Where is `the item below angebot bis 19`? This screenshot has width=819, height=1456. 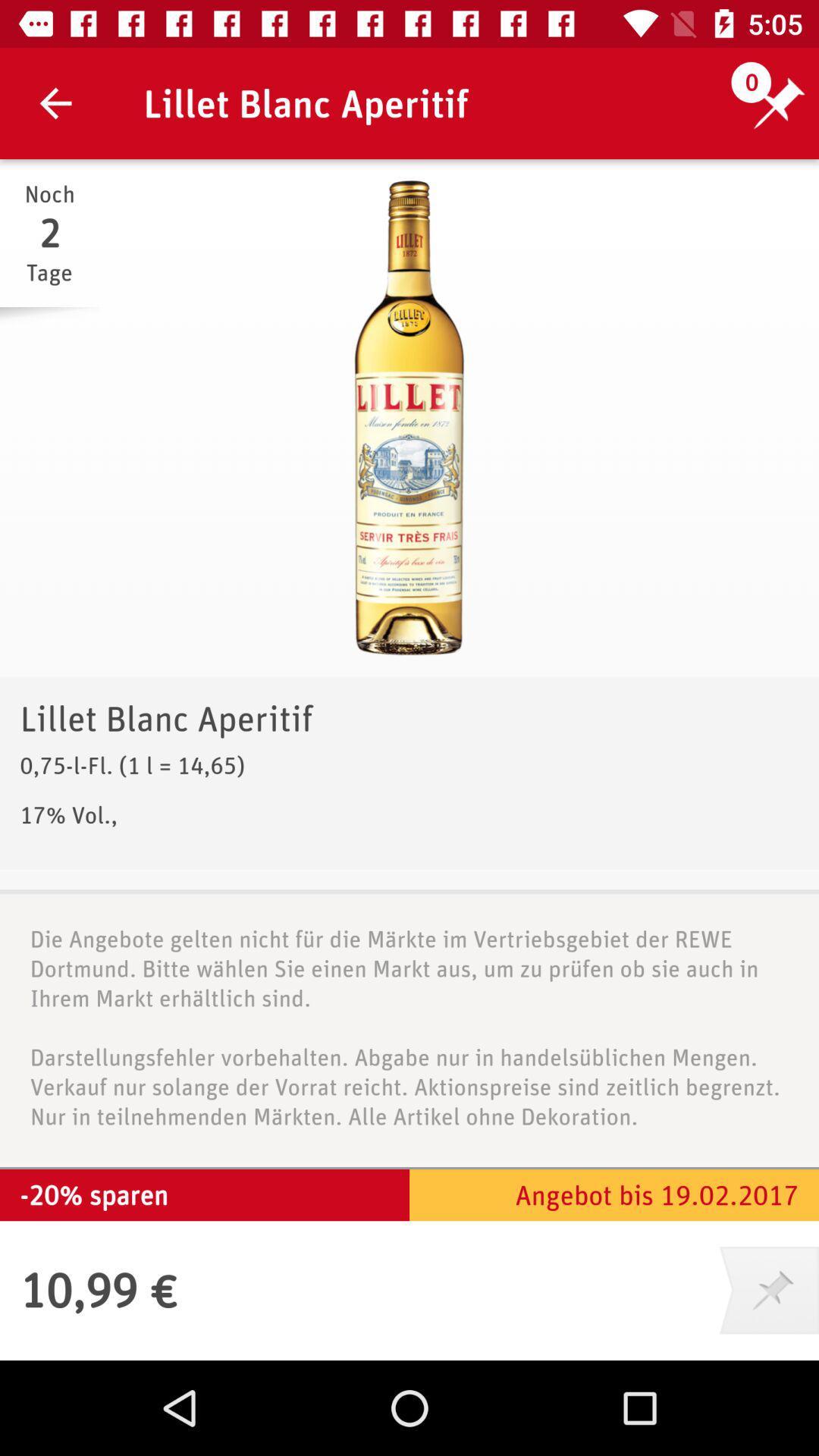
the item below angebot bis 19 is located at coordinates (769, 1289).